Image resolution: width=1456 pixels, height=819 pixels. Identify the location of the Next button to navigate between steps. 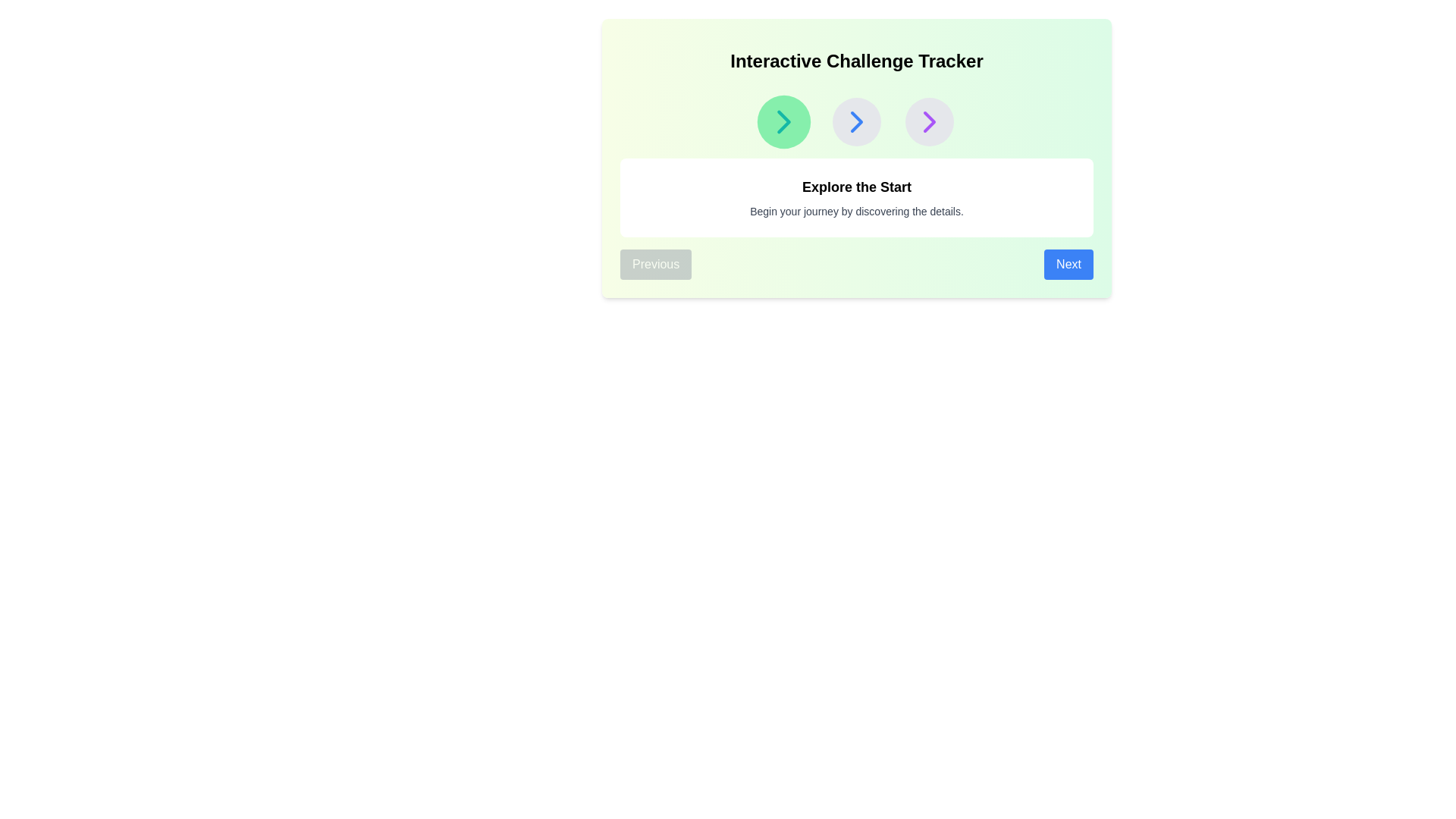
(1068, 263).